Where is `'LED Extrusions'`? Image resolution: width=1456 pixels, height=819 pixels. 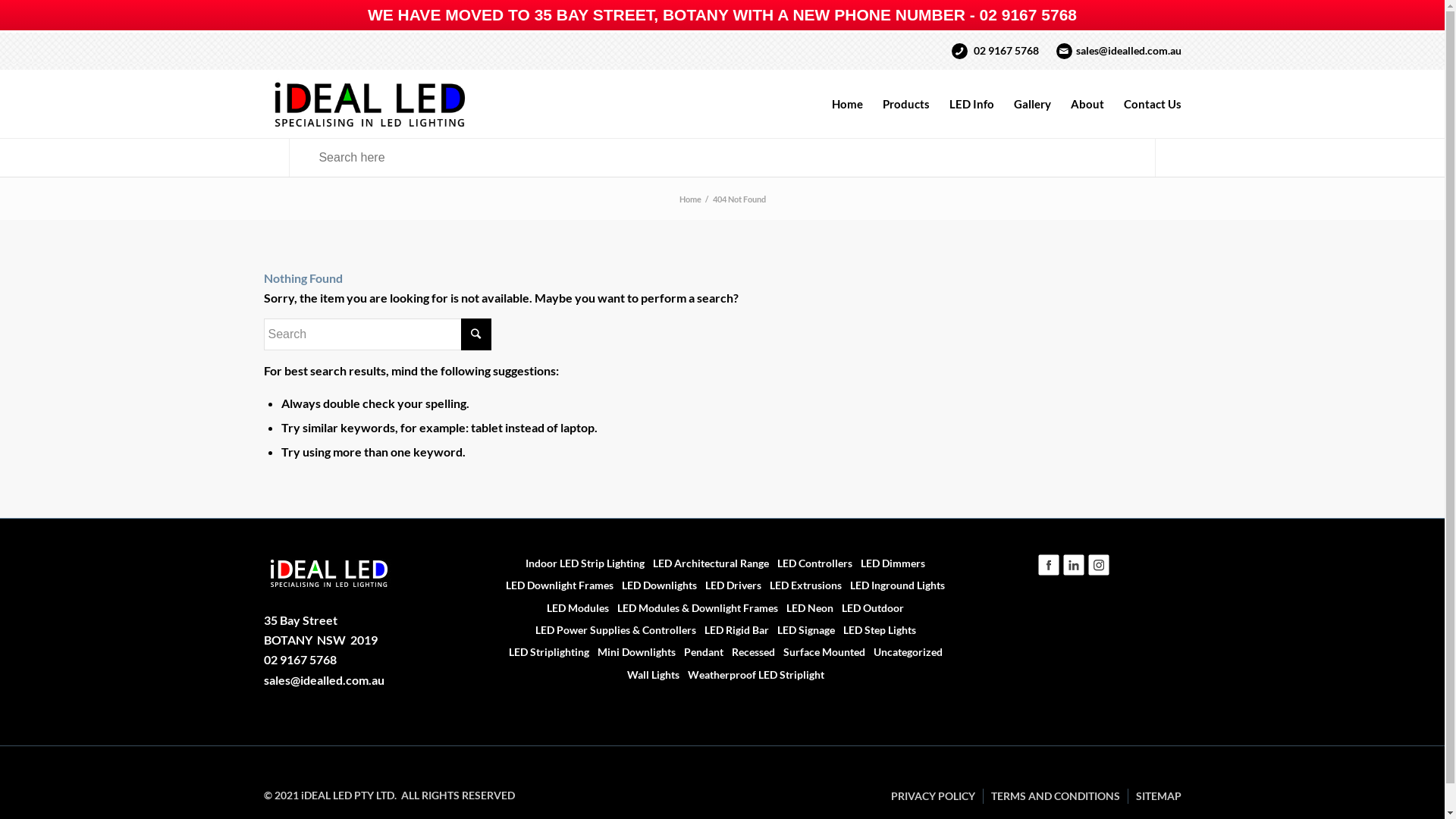
'LED Extrusions' is located at coordinates (801, 584).